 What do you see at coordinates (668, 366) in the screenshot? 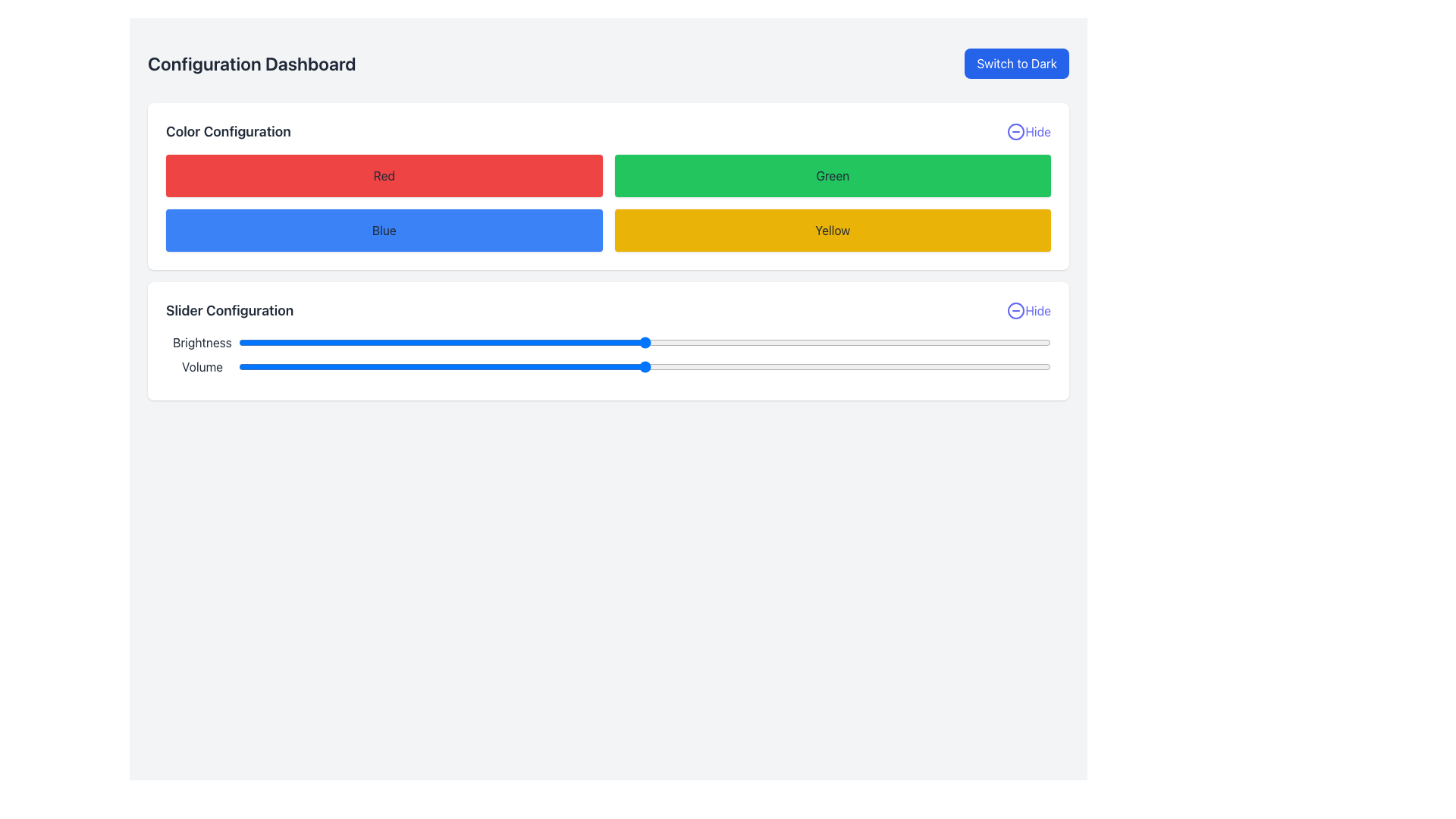
I see `the slider value` at bounding box center [668, 366].